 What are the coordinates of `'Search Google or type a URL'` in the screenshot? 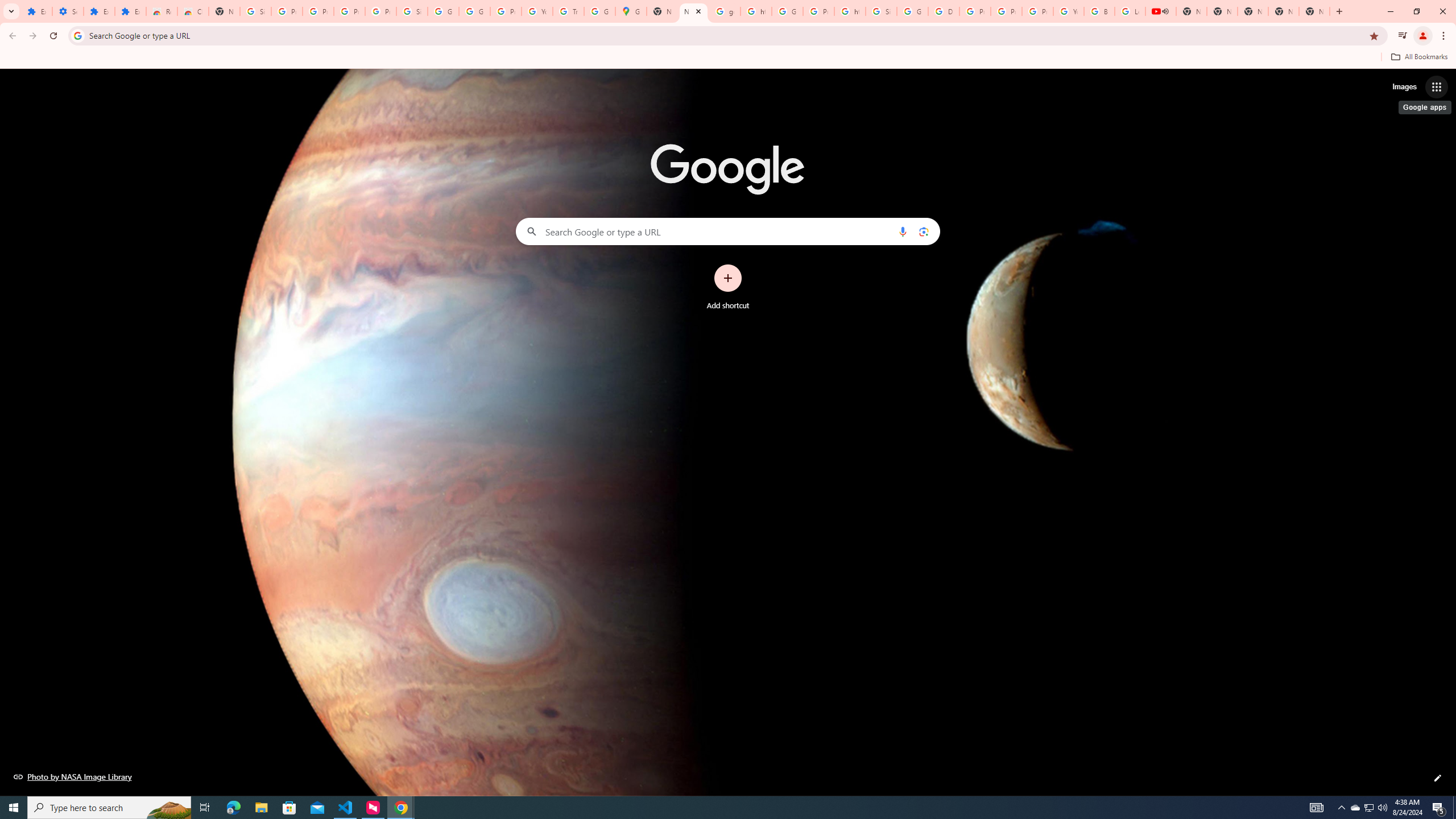 It's located at (728, 230).